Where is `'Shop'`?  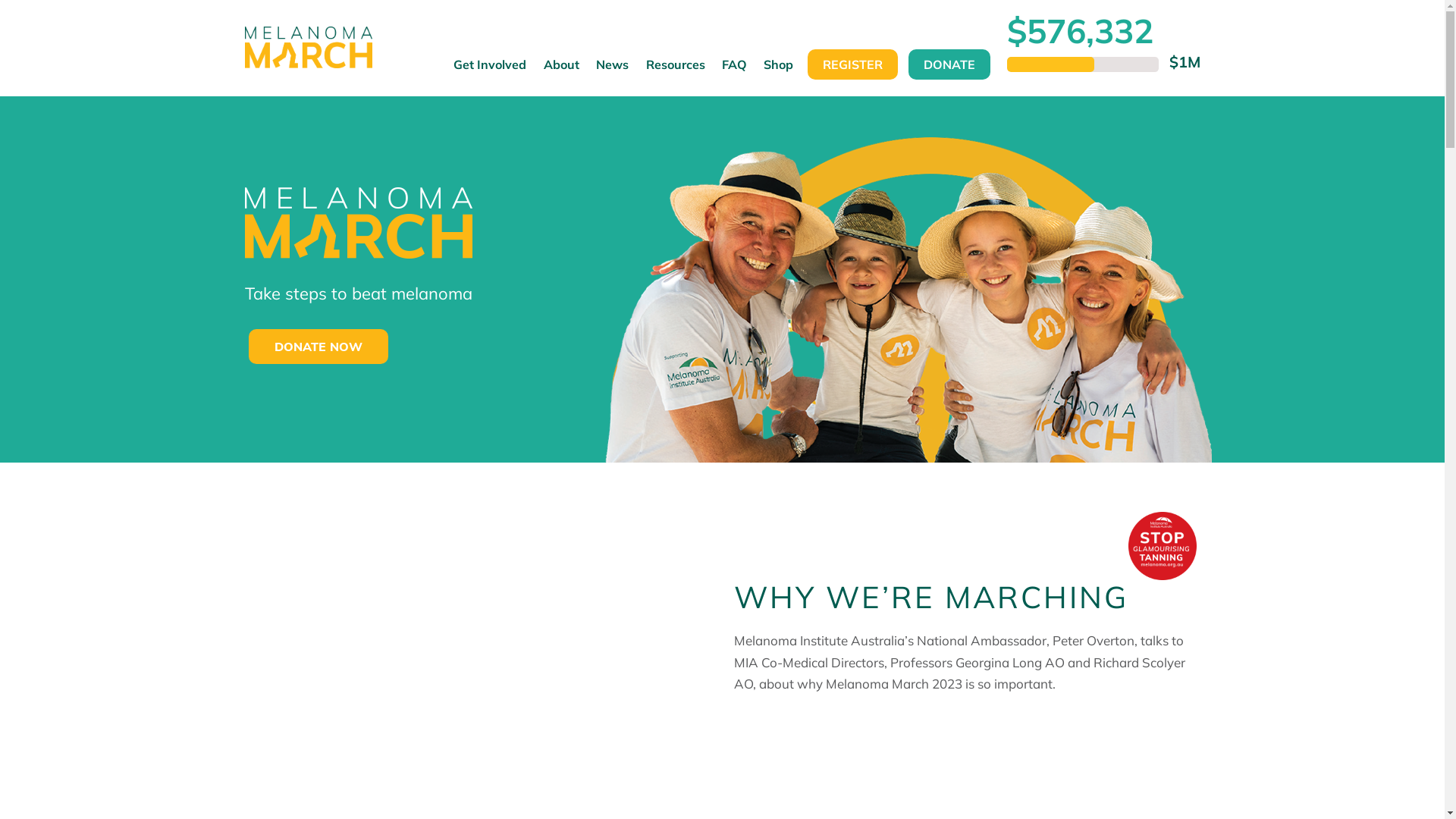 'Shop' is located at coordinates (755, 71).